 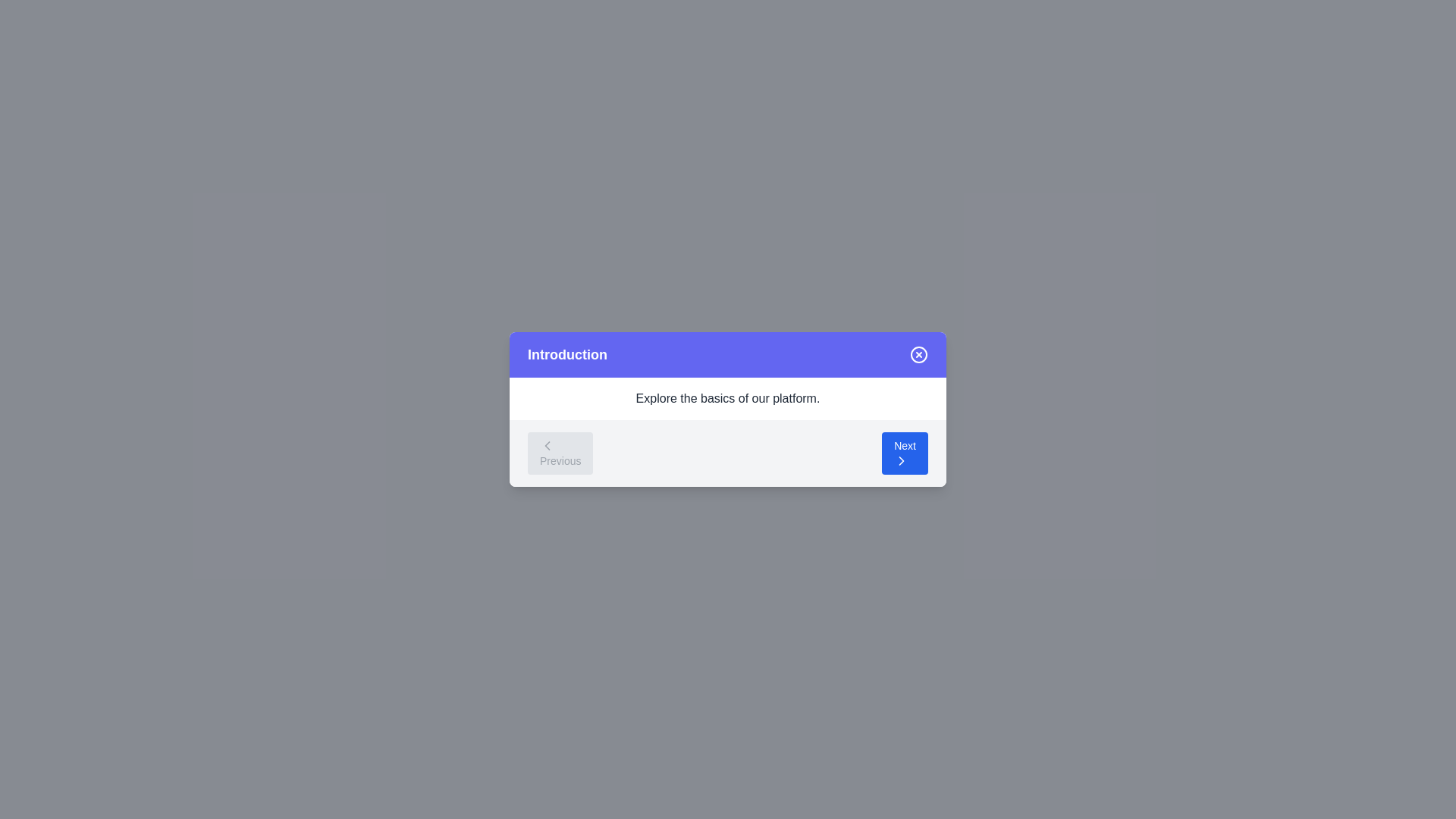 What do you see at coordinates (560, 452) in the screenshot?
I see `the disabled 'Previous' button located in the footer of the modal dialog box, which is the leftmost button next to the 'Next' button` at bounding box center [560, 452].